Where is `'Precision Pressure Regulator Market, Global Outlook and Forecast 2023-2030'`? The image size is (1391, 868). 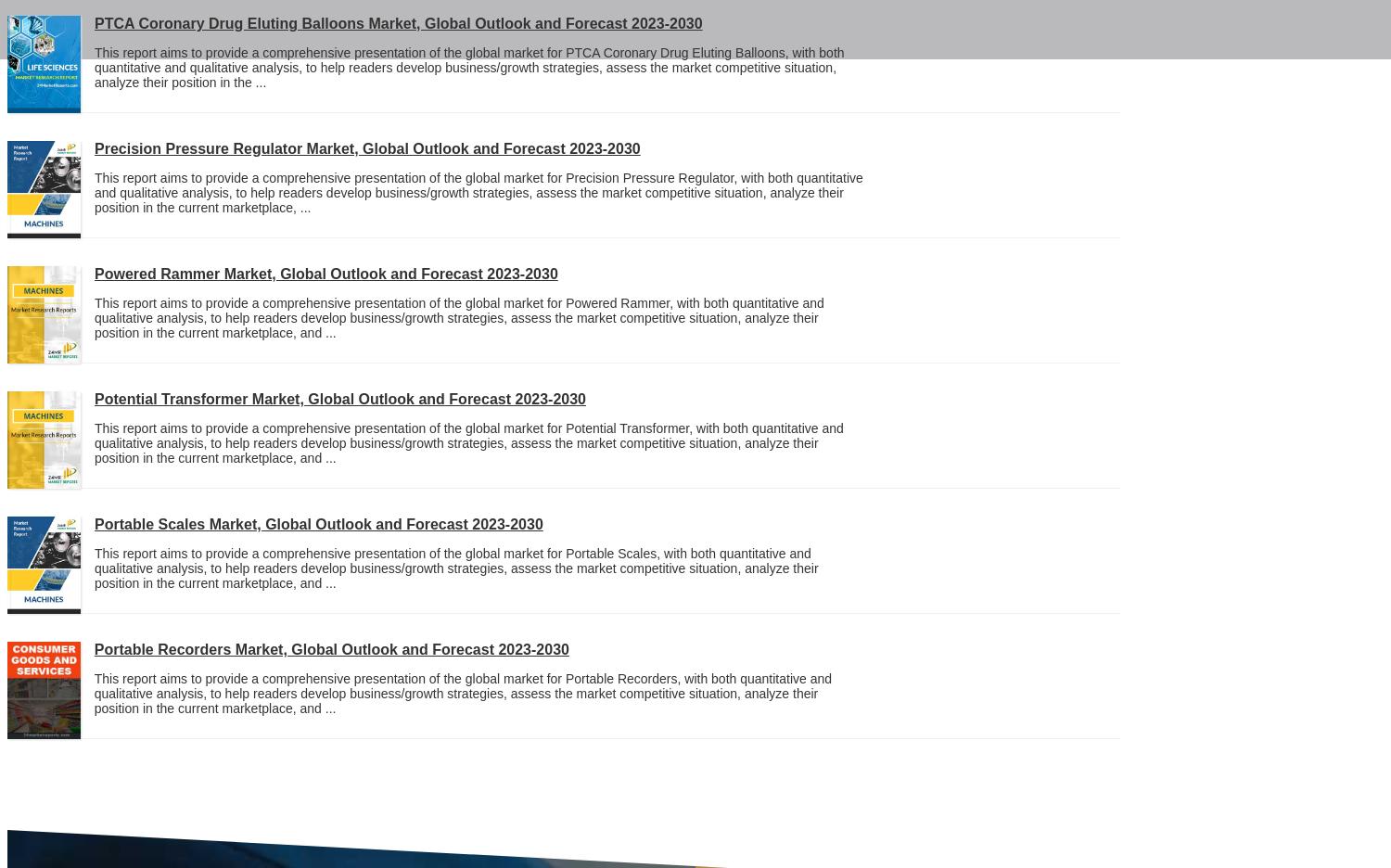
'Precision Pressure Regulator Market, Global Outlook and Forecast 2023-2030' is located at coordinates (367, 147).